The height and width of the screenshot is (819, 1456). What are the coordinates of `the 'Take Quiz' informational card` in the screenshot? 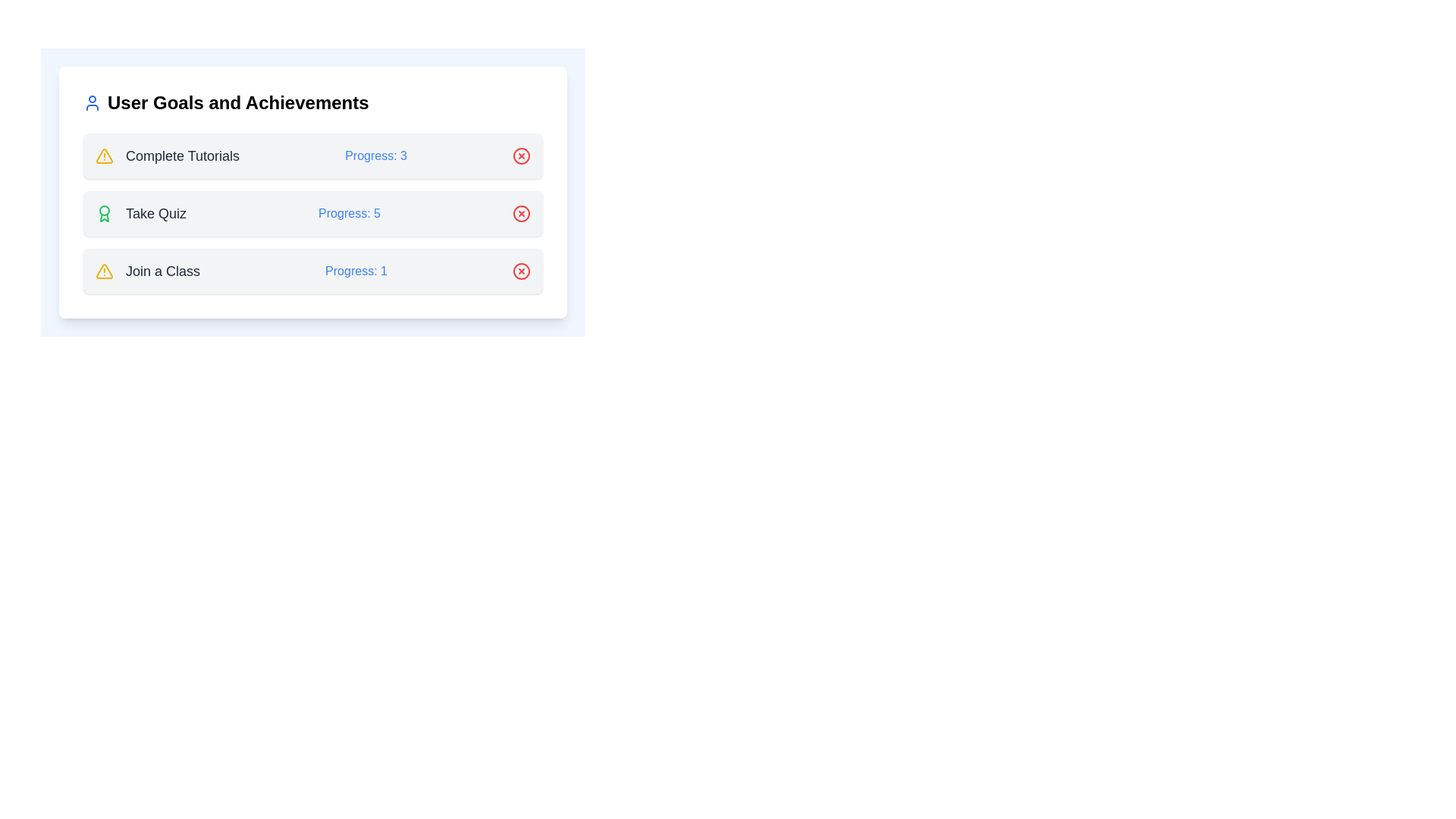 It's located at (312, 213).